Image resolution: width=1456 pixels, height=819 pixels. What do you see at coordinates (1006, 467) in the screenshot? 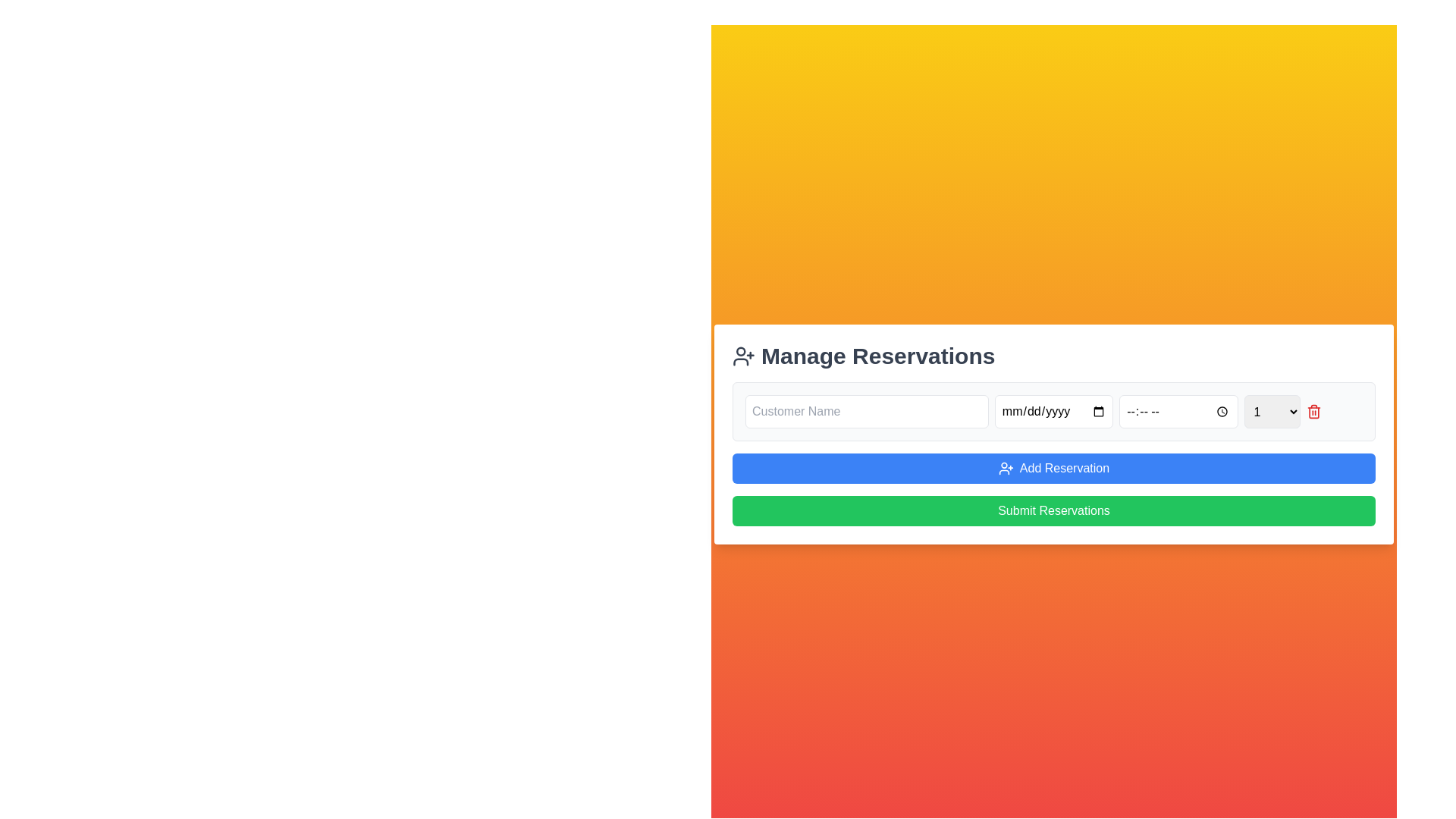
I see `the user interface icon representing a person with a plus sign, which is located to the left of the 'Add Reservation' text on the blue rectangular button` at bounding box center [1006, 467].